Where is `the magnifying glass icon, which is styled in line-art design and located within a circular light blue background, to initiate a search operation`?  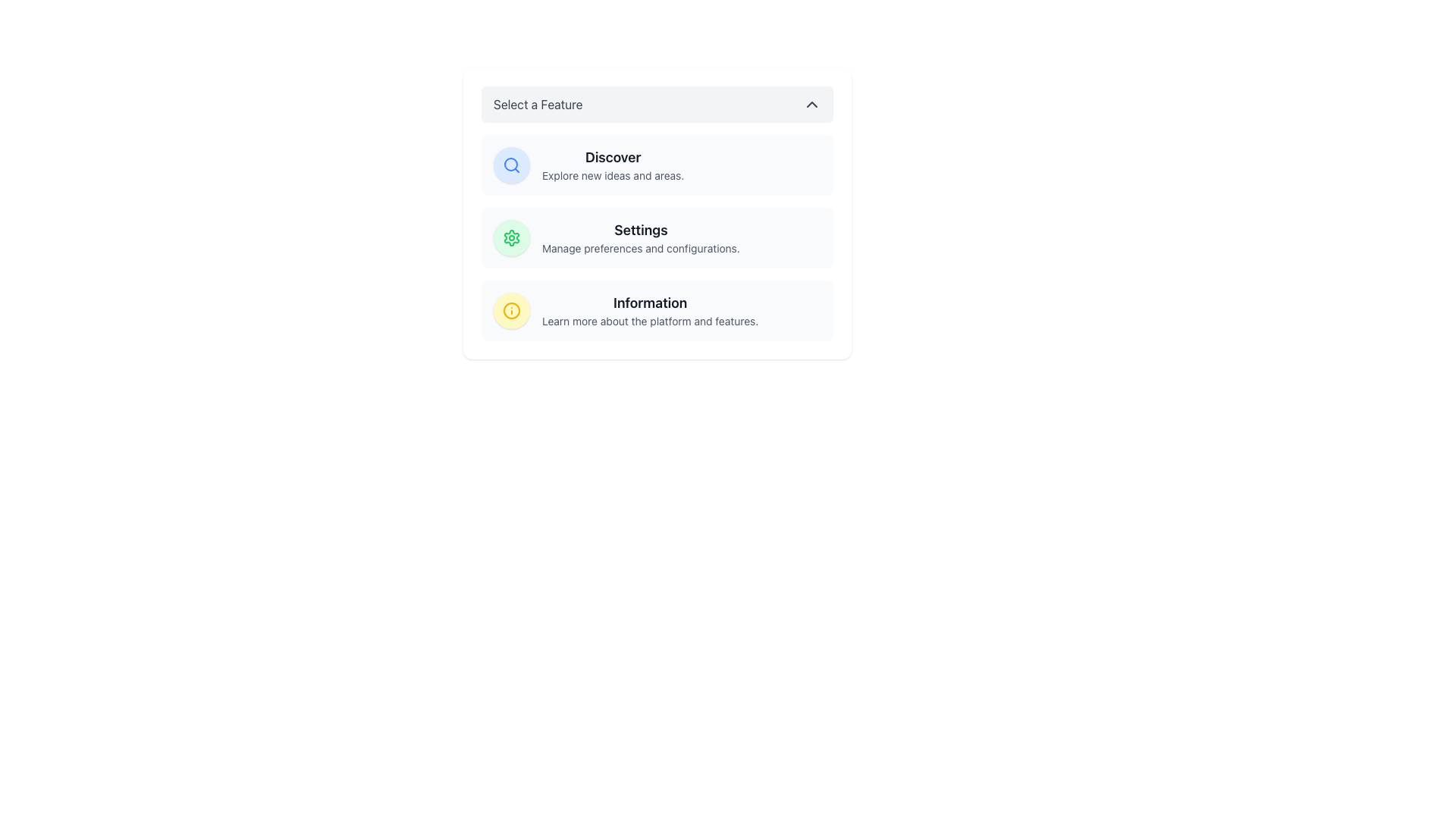 the magnifying glass icon, which is styled in line-art design and located within a circular light blue background, to initiate a search operation is located at coordinates (512, 165).